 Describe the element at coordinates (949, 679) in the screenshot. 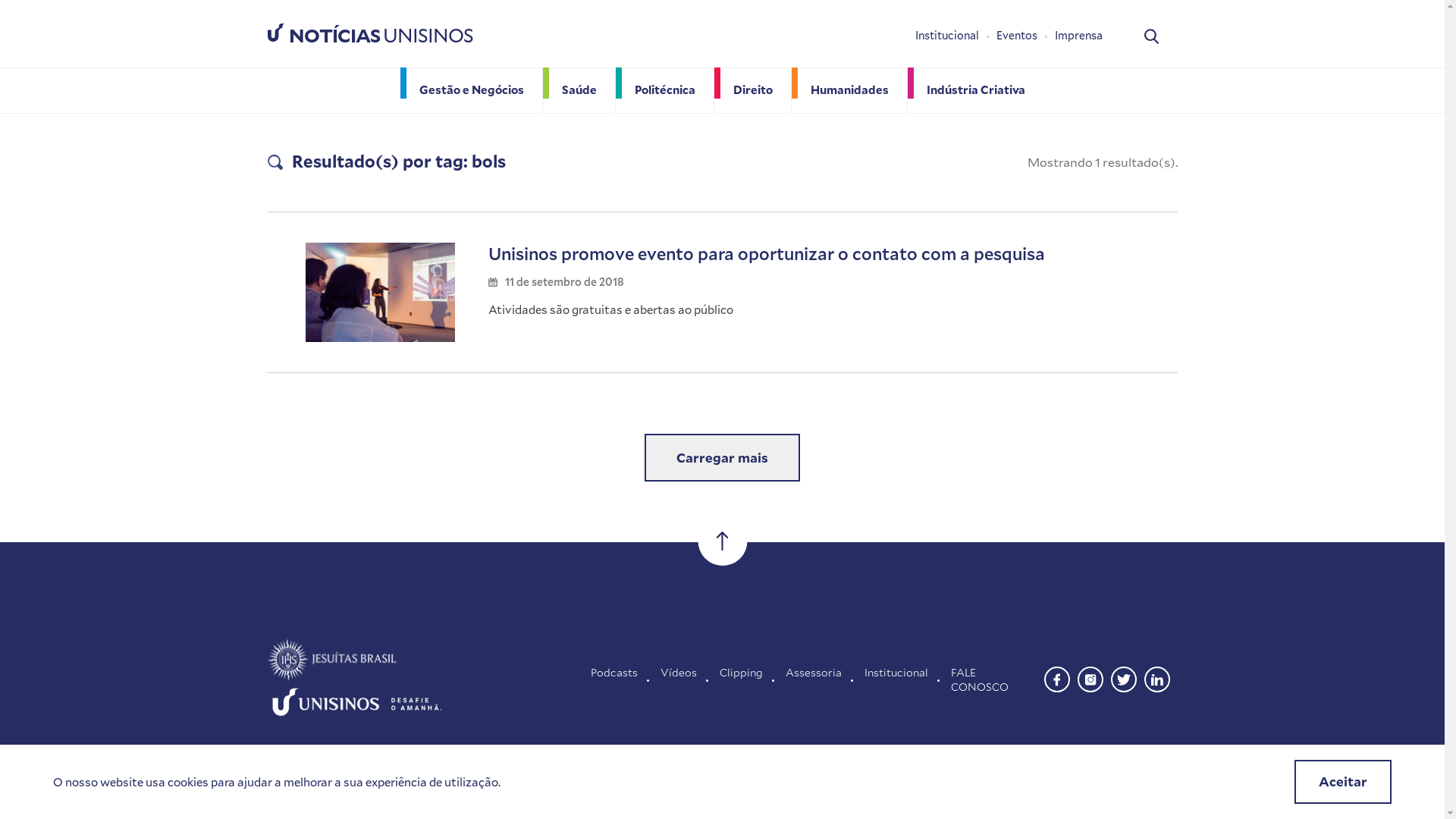

I see `'FALE CONOSCO'` at that location.